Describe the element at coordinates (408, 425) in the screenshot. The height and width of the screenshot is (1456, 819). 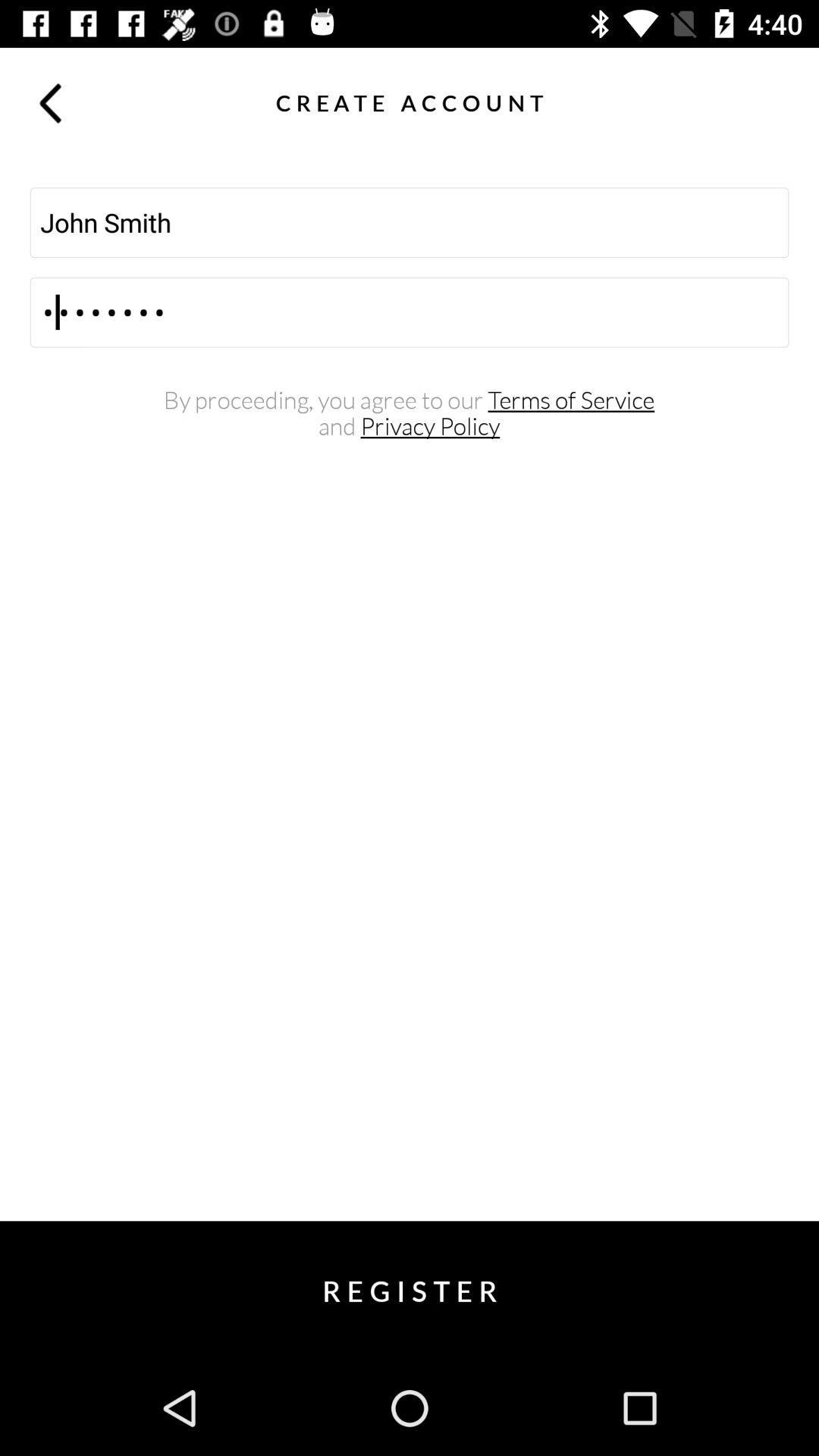
I see `the and privacy policy` at that location.